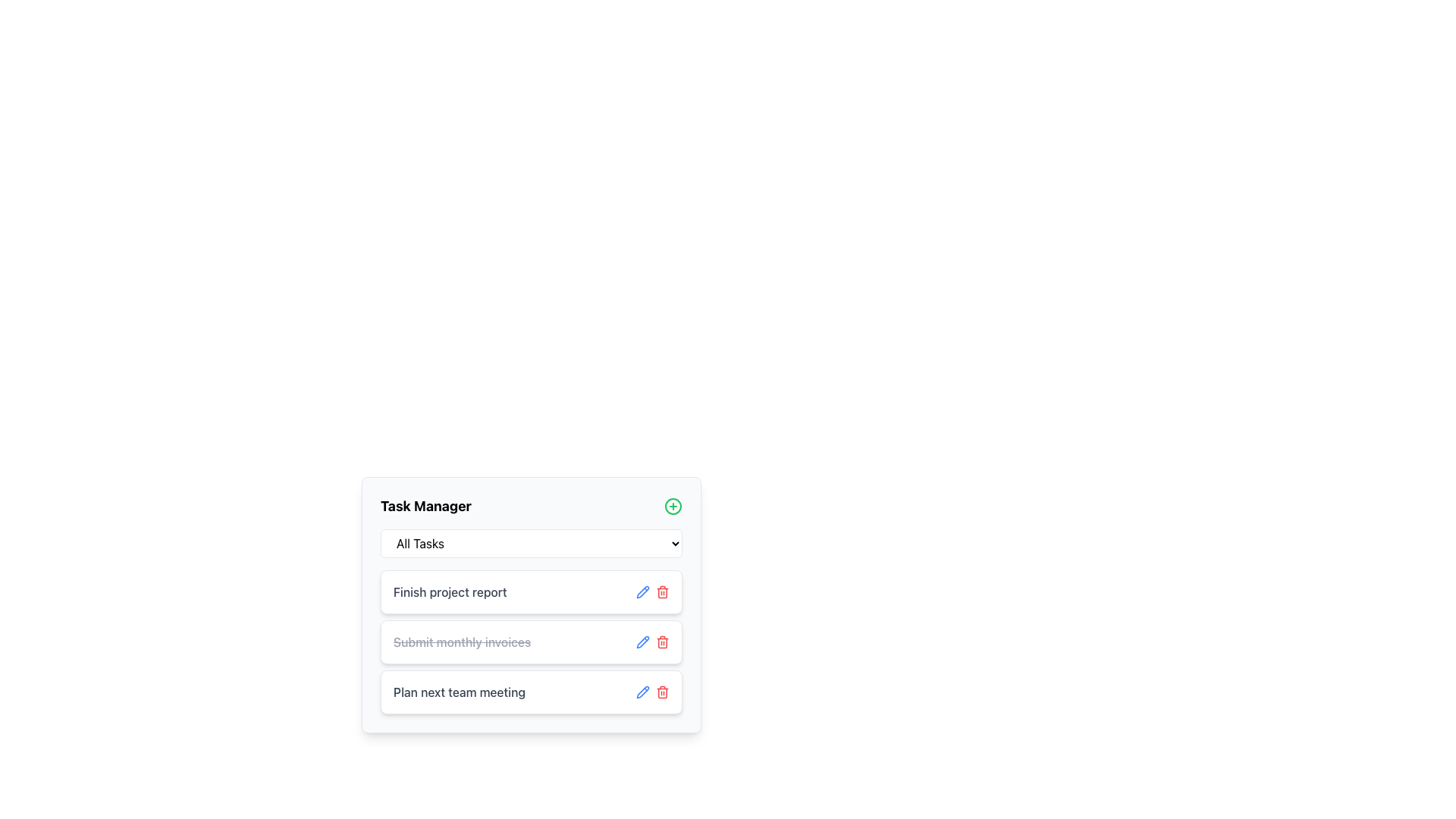 This screenshot has height=819, width=1456. I want to click on the 'Task Manager' text label which serves as a title for the section underneath, so click(425, 506).